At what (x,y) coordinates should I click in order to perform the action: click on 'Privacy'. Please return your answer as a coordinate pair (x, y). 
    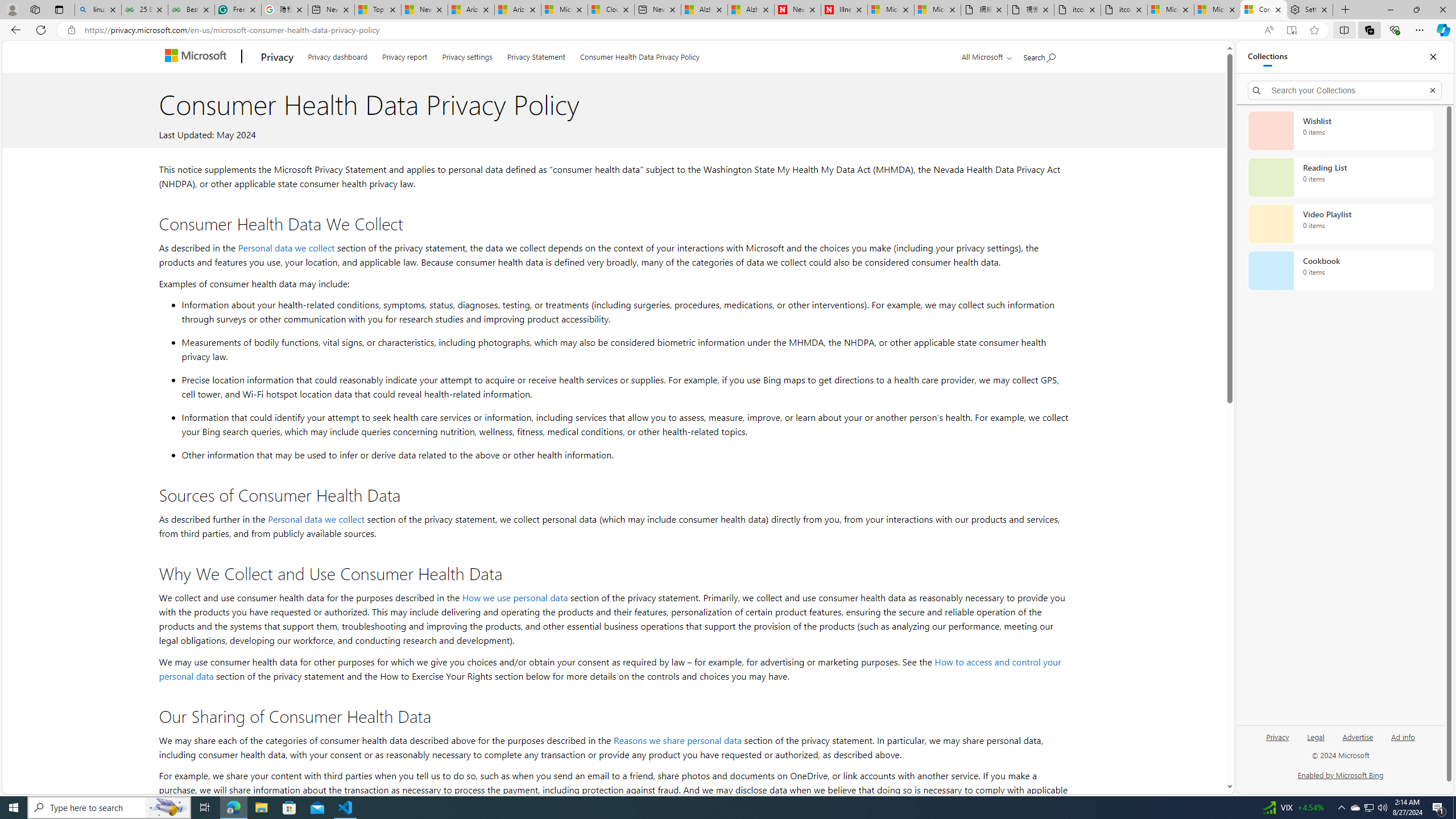
    Looking at the image, I should click on (1277, 741).